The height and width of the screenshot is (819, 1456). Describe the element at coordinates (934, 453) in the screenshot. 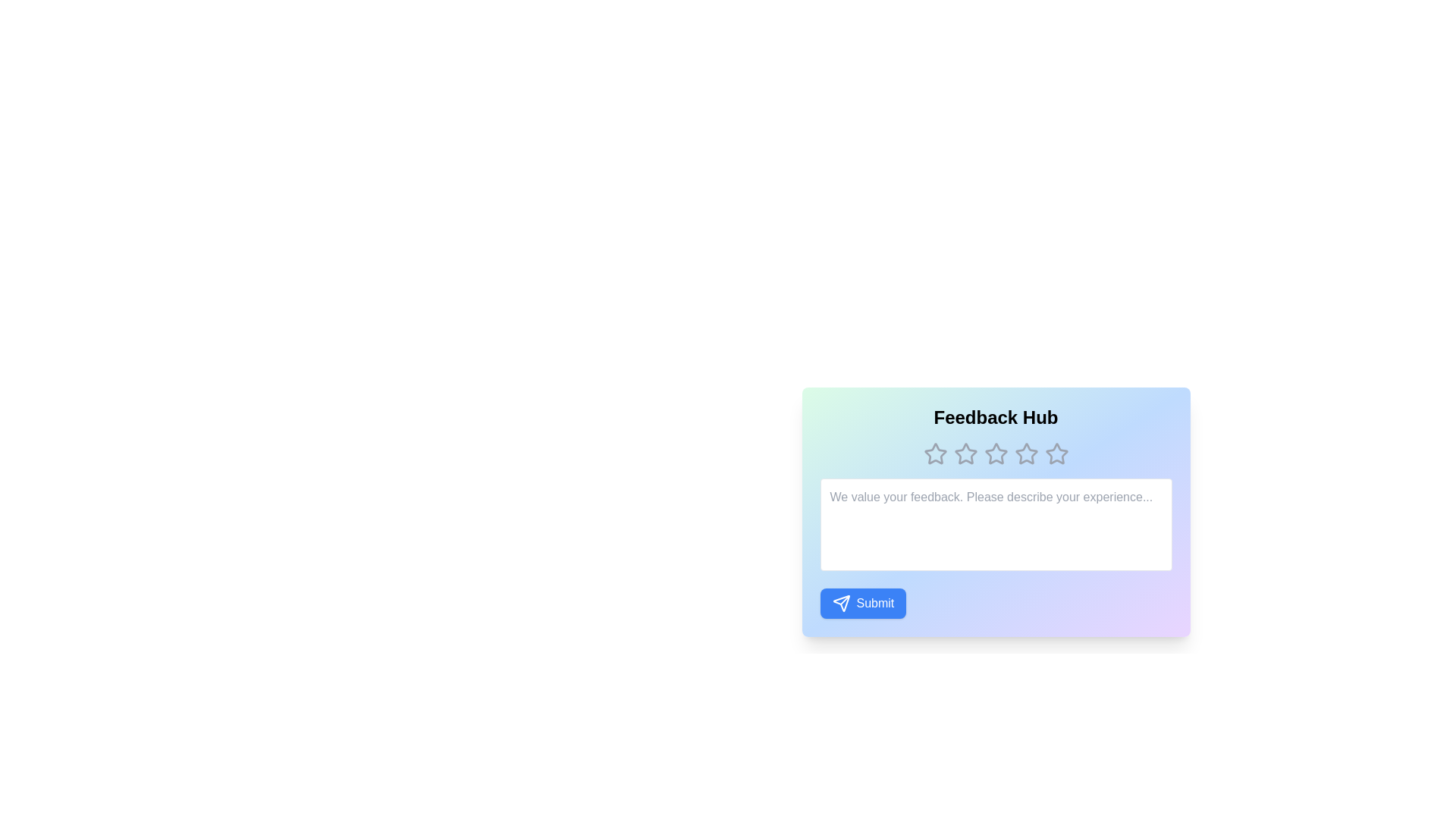

I see `the star corresponding to the rating 1` at that location.